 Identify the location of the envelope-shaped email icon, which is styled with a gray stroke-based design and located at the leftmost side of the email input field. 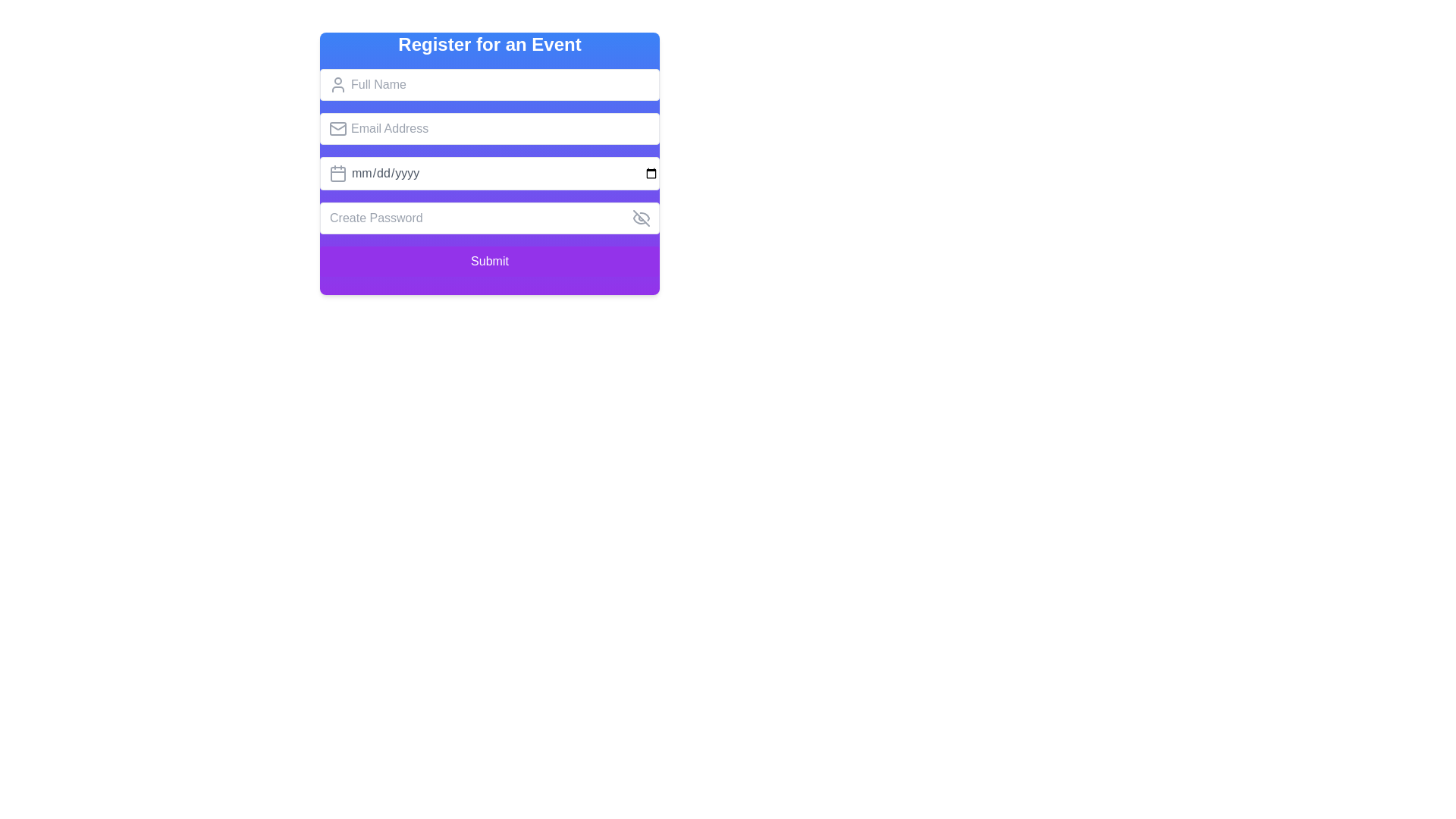
(337, 127).